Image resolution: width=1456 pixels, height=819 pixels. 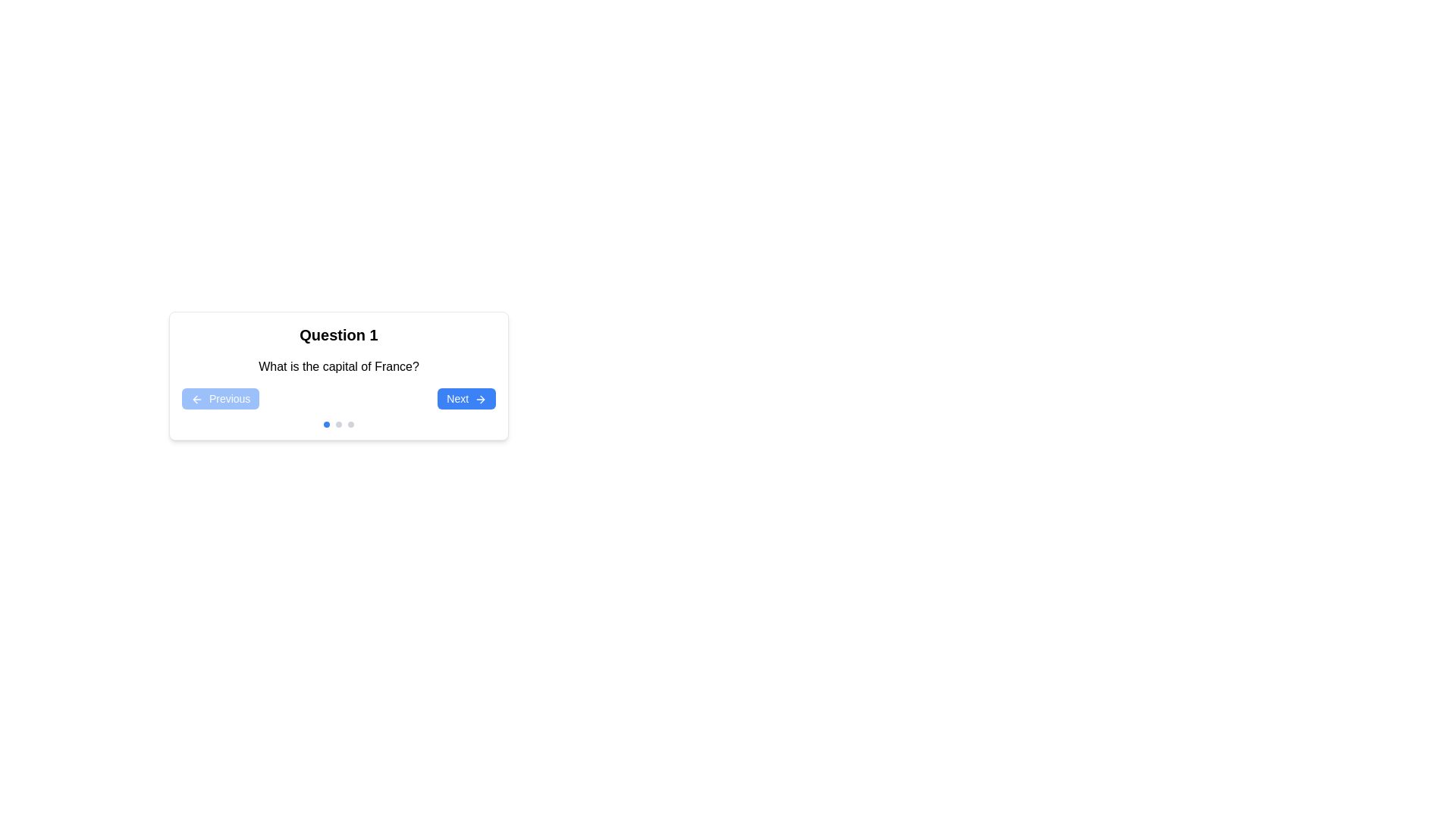 I want to click on bold, centered text that reads 'Question 1', which is positioned directly above the question text 'What is the capital of France?', so click(x=337, y=334).